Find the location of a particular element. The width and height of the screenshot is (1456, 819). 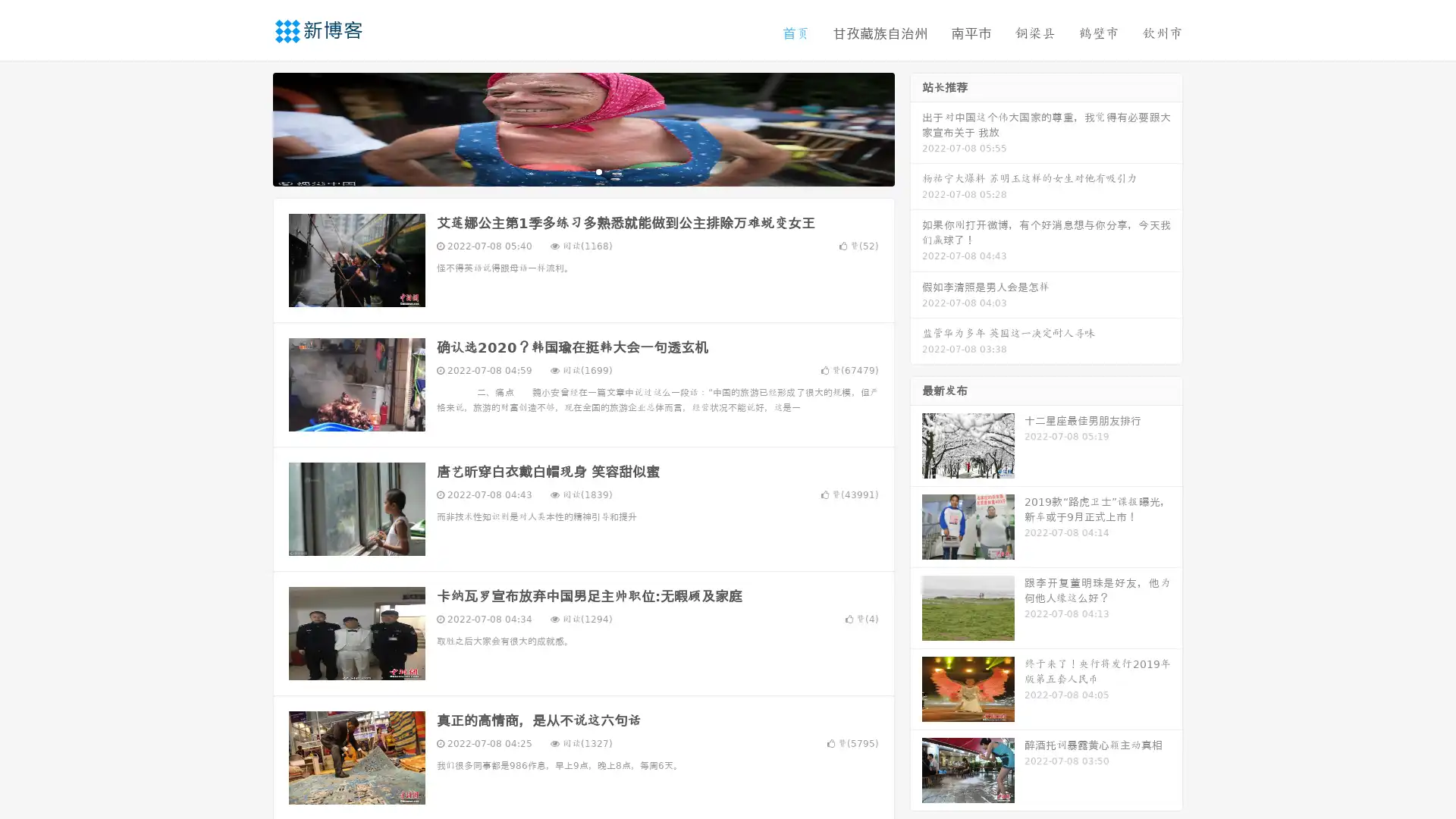

Go to slide 1 is located at coordinates (567, 171).